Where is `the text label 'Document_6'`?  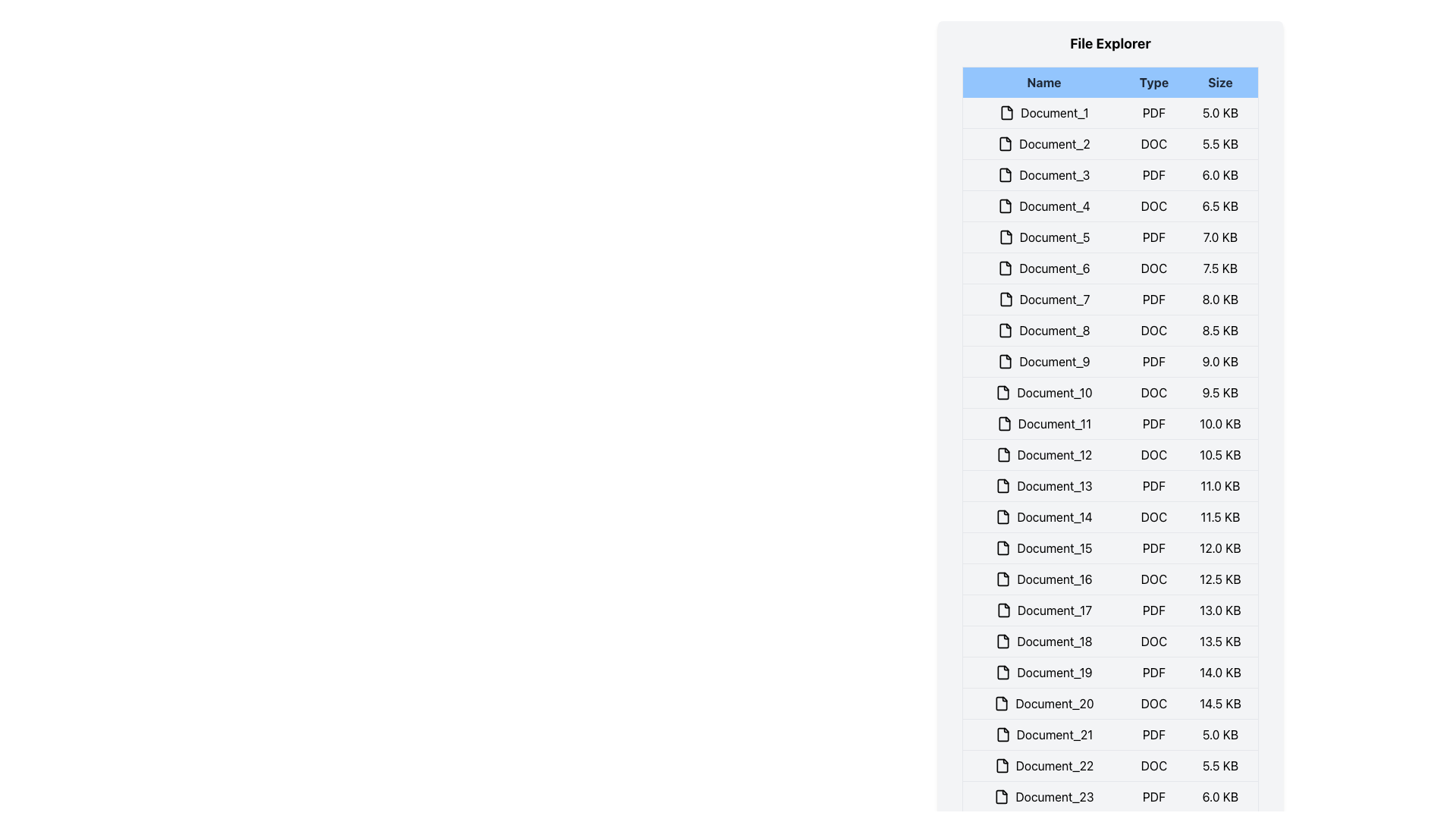
the text label 'Document_6' is located at coordinates (1043, 268).